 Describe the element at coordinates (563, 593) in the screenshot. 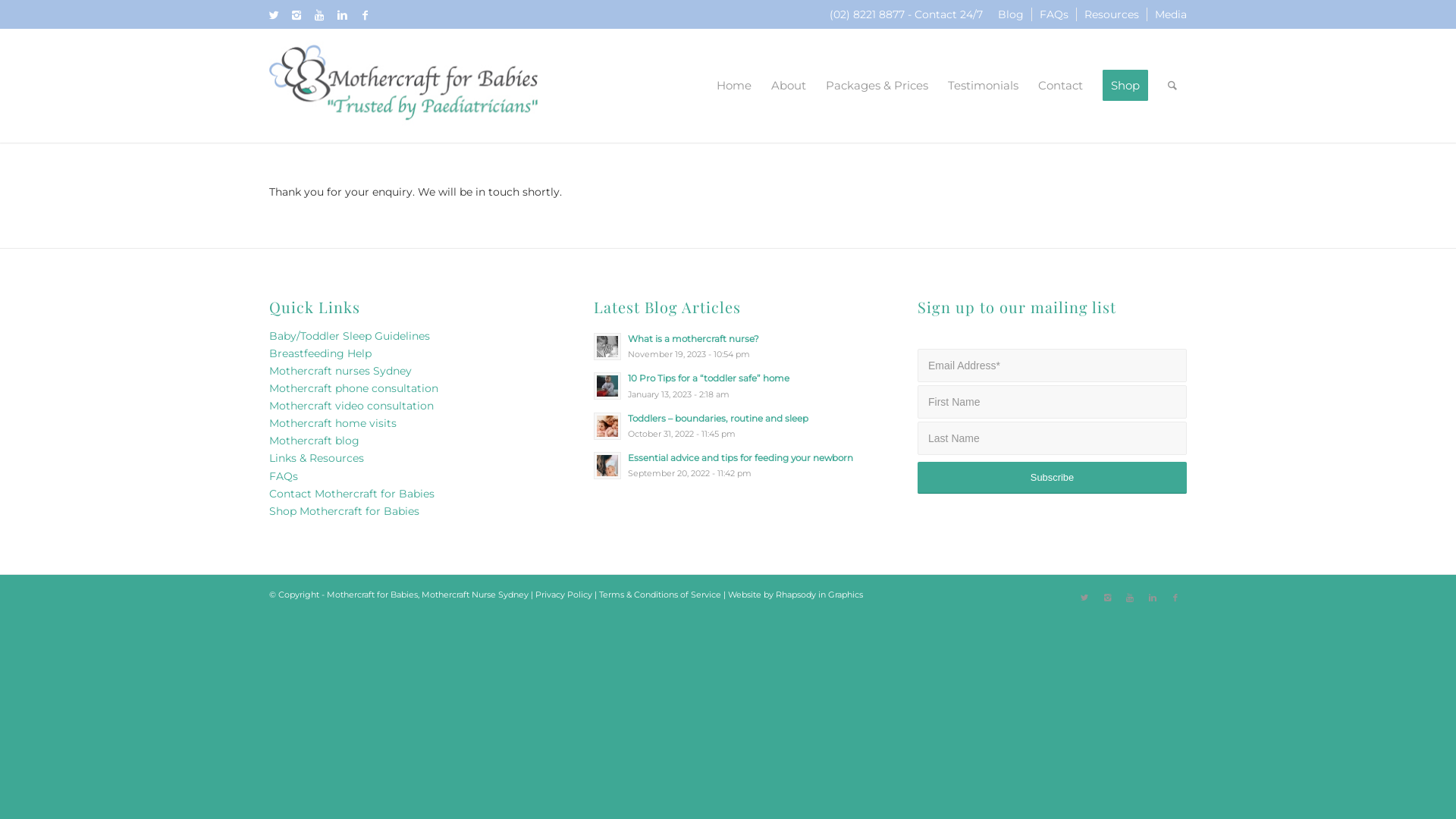

I see `'Privacy Policy'` at that location.